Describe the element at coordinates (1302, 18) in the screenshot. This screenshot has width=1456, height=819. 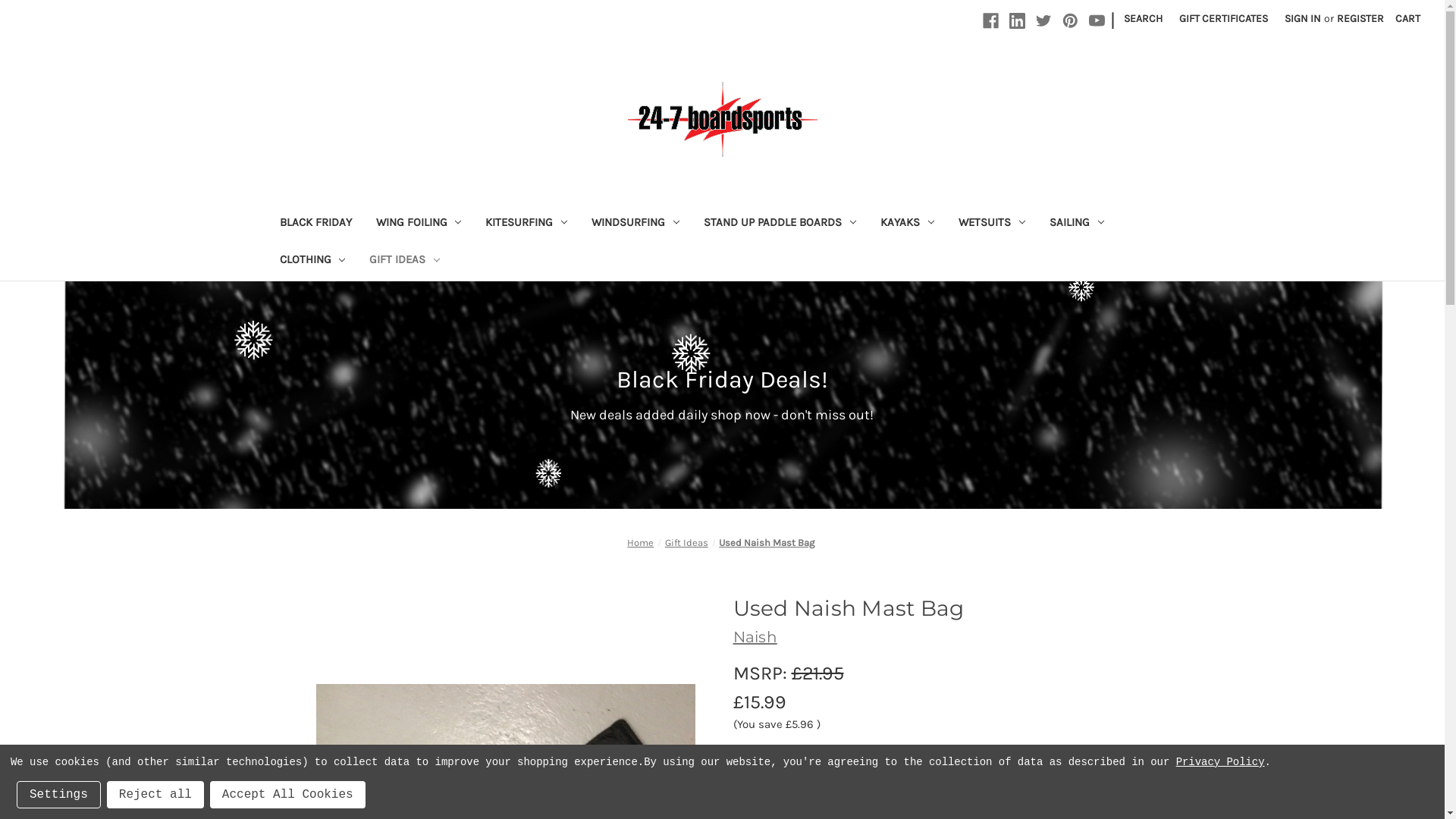
I see `'SIGN IN'` at that location.